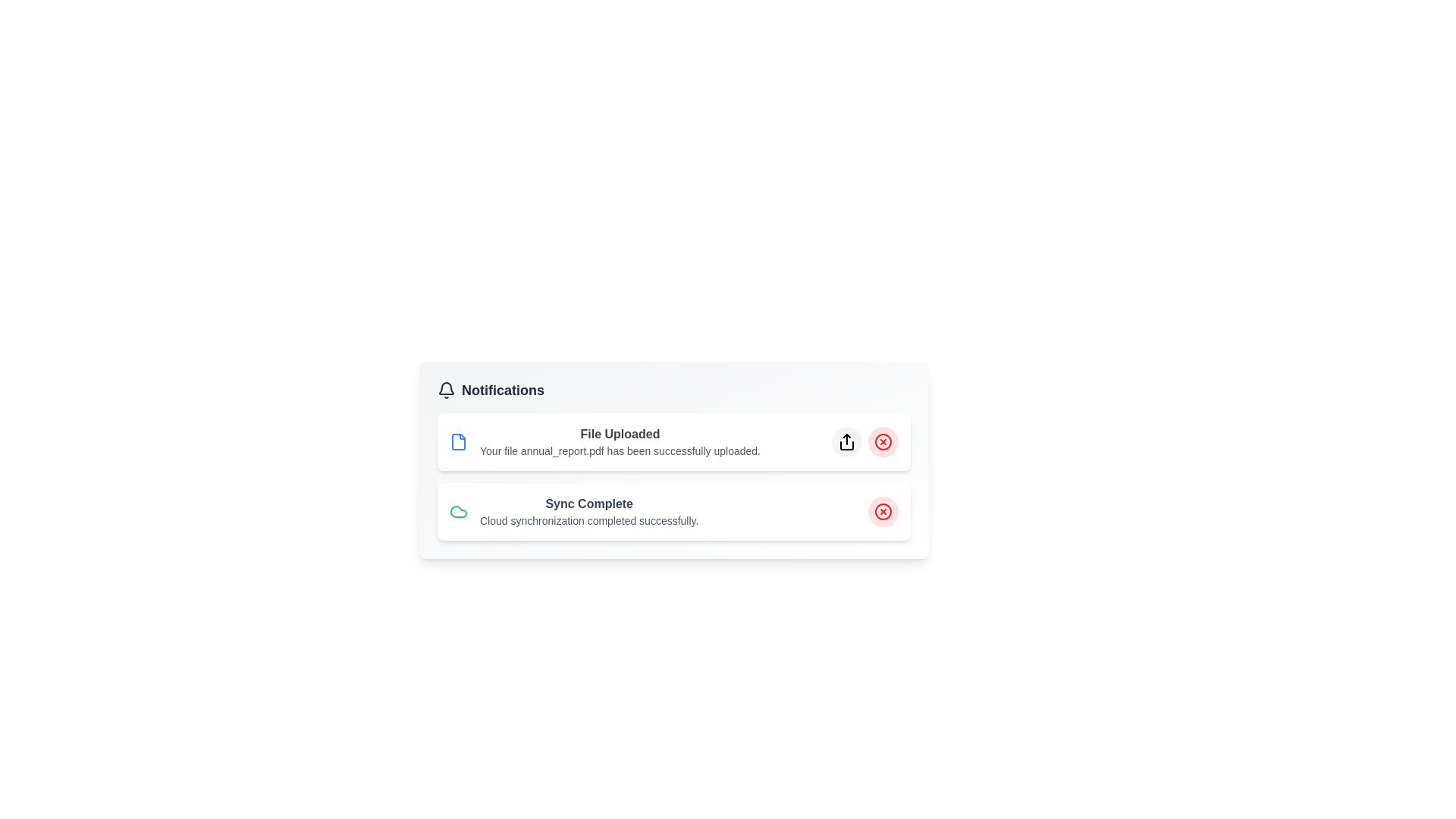 This screenshot has height=819, width=1456. What do you see at coordinates (588, 512) in the screenshot?
I see `the second text-based notification item in the notification panel` at bounding box center [588, 512].